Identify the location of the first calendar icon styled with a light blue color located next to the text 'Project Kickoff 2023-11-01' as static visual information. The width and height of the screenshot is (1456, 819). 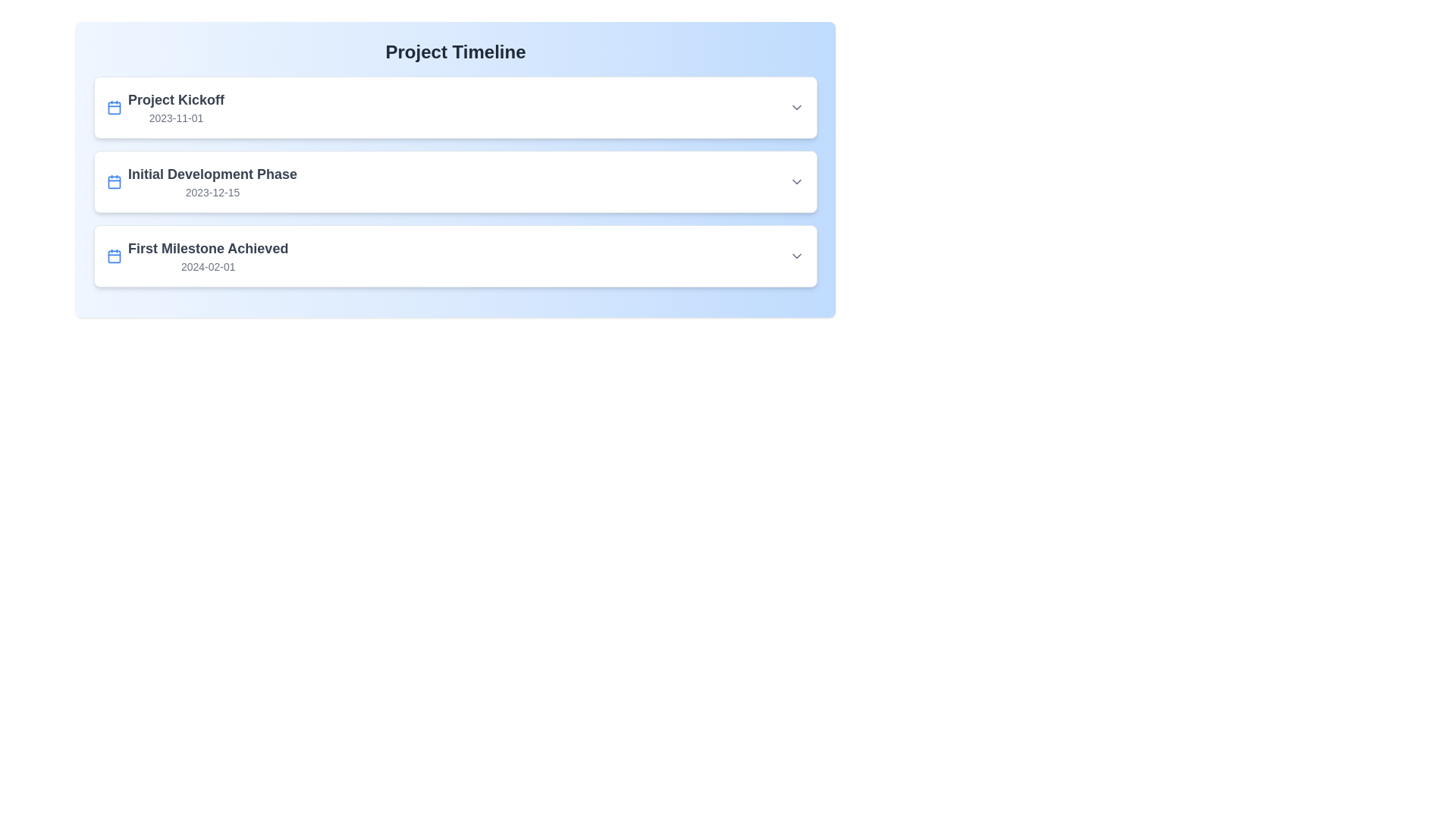
(113, 107).